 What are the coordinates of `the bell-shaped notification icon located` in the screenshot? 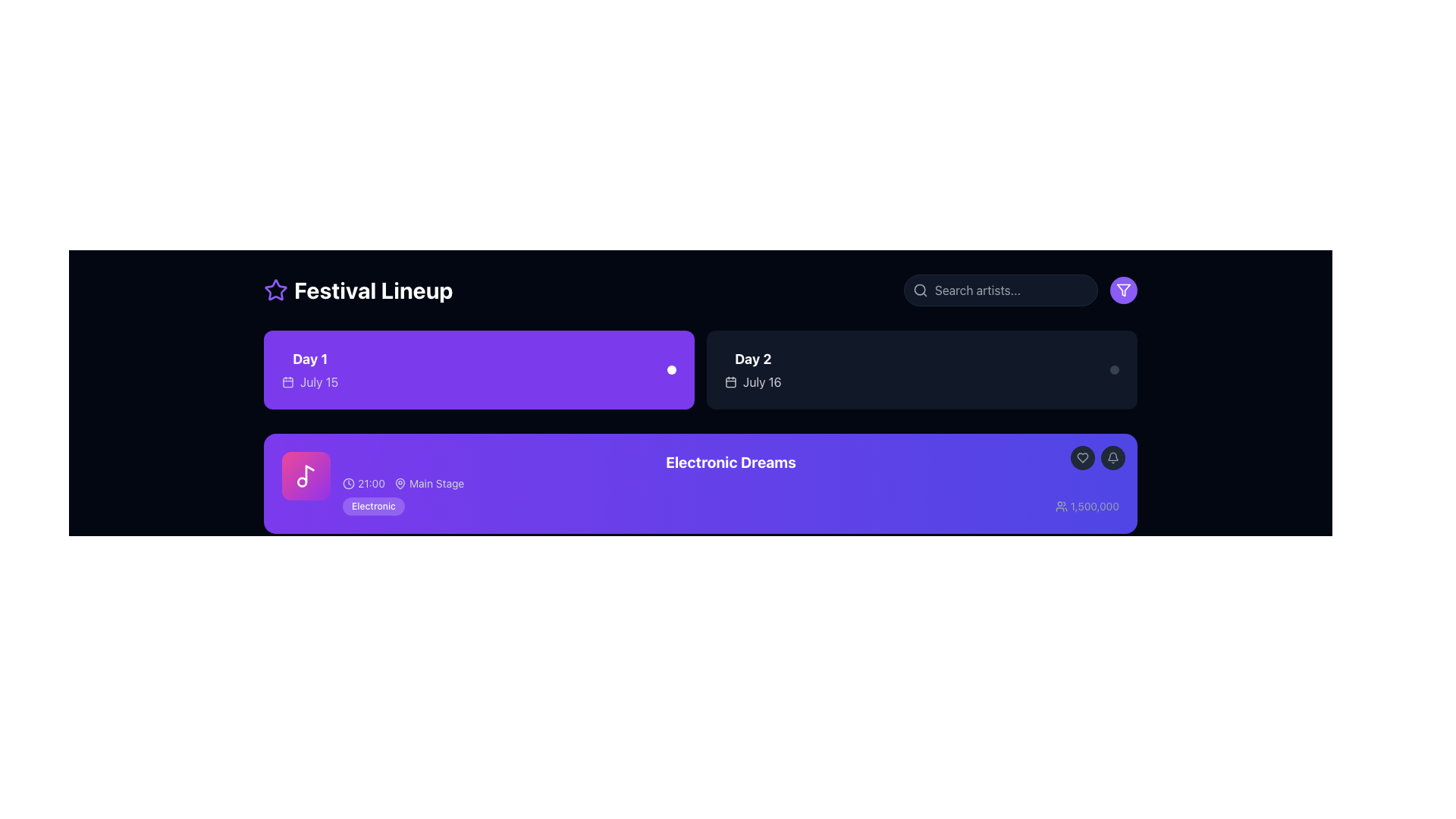 It's located at (1113, 457).